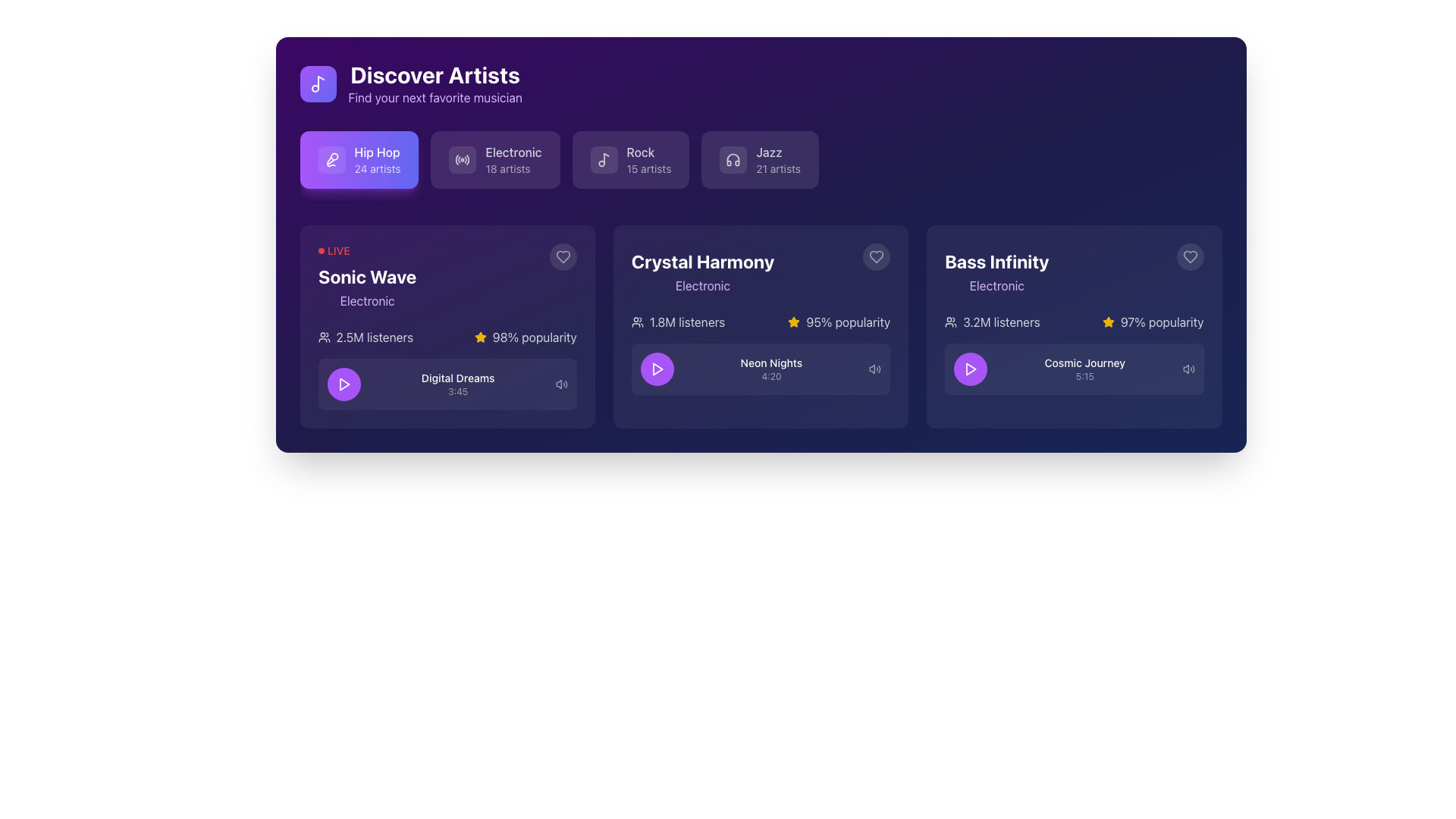  I want to click on the circular button with a purple background and a white triangular play icon located in the 'Digital Dreams 3:45' section of the 'Sonic Wave' card, so click(343, 383).